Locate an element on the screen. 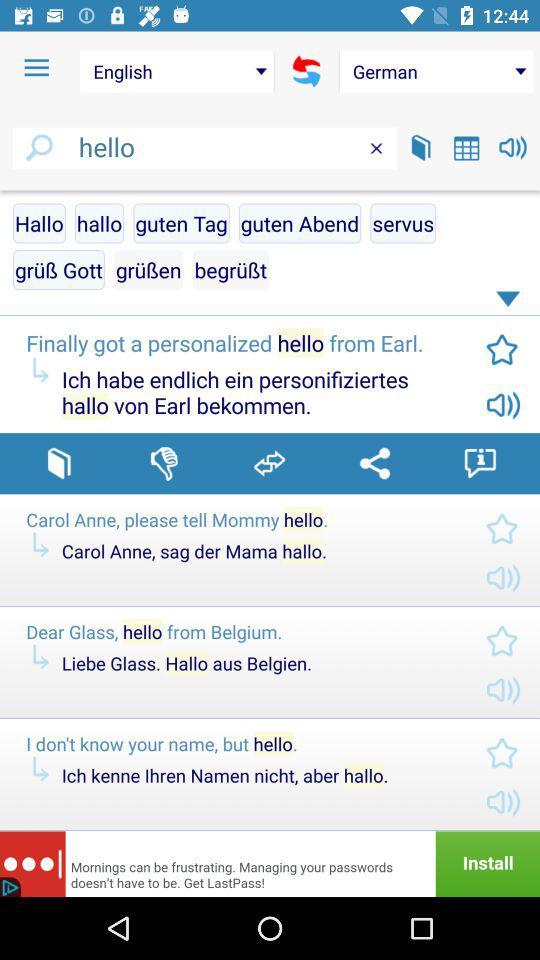 Image resolution: width=540 pixels, height=960 pixels. servus icon is located at coordinates (403, 223).